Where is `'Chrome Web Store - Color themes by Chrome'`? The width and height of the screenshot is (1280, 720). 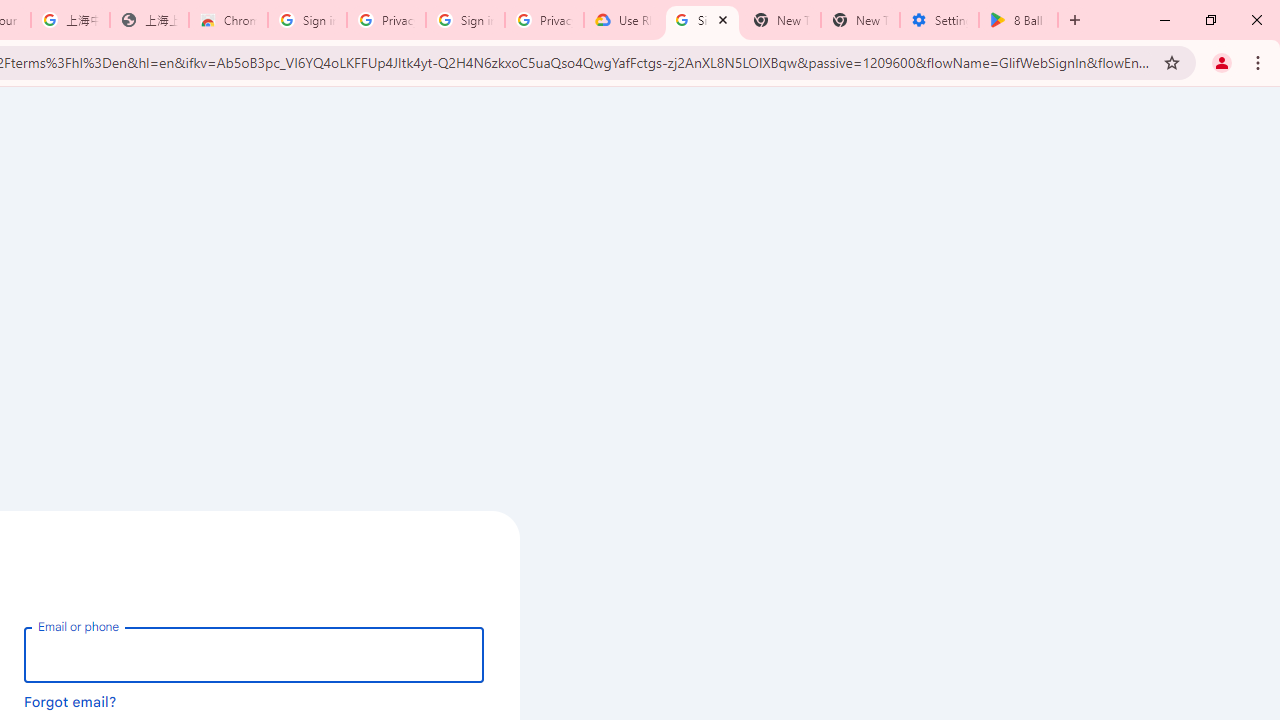 'Chrome Web Store - Color themes by Chrome' is located at coordinates (228, 20).